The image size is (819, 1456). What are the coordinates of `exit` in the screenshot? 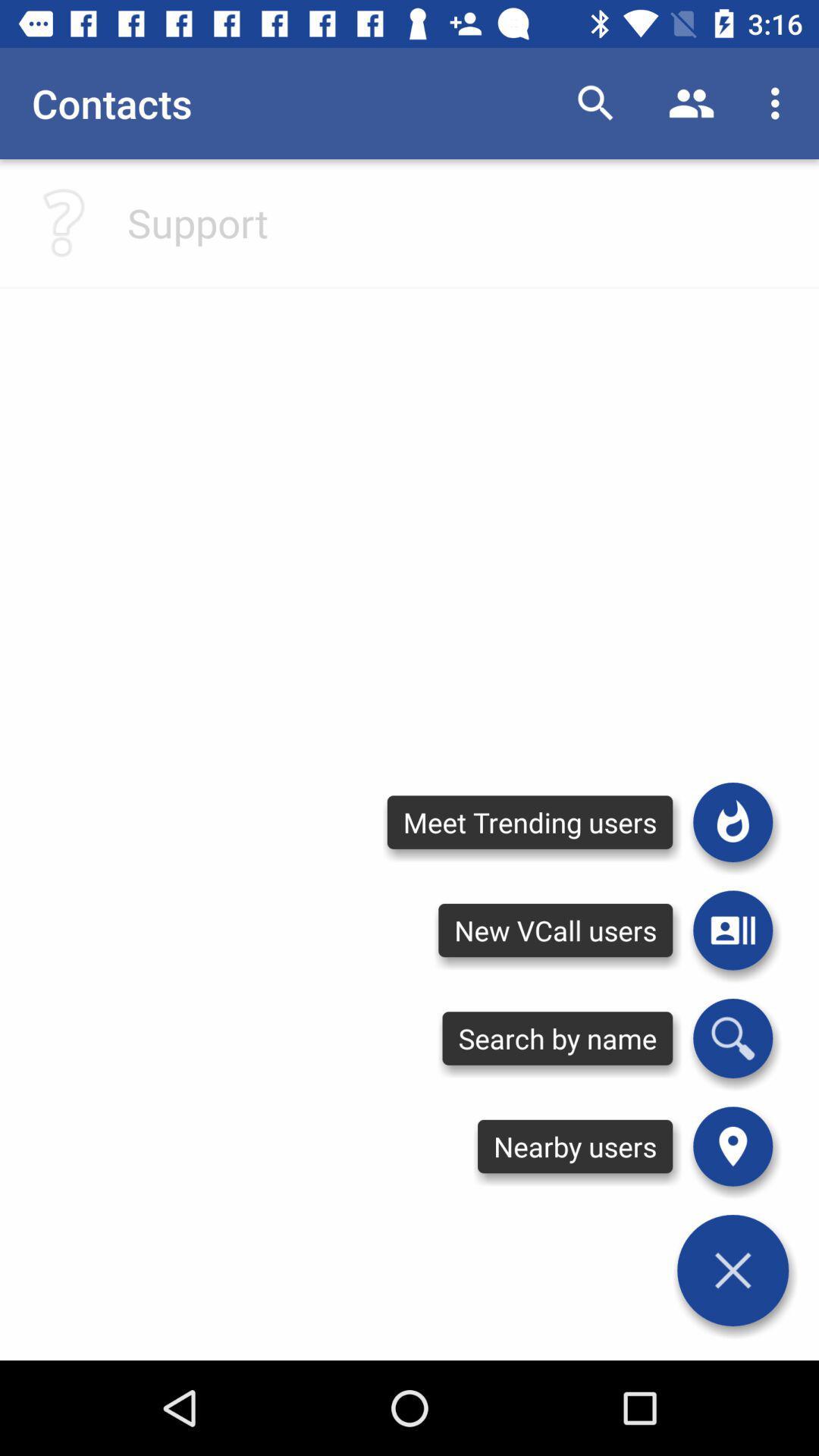 It's located at (732, 1270).